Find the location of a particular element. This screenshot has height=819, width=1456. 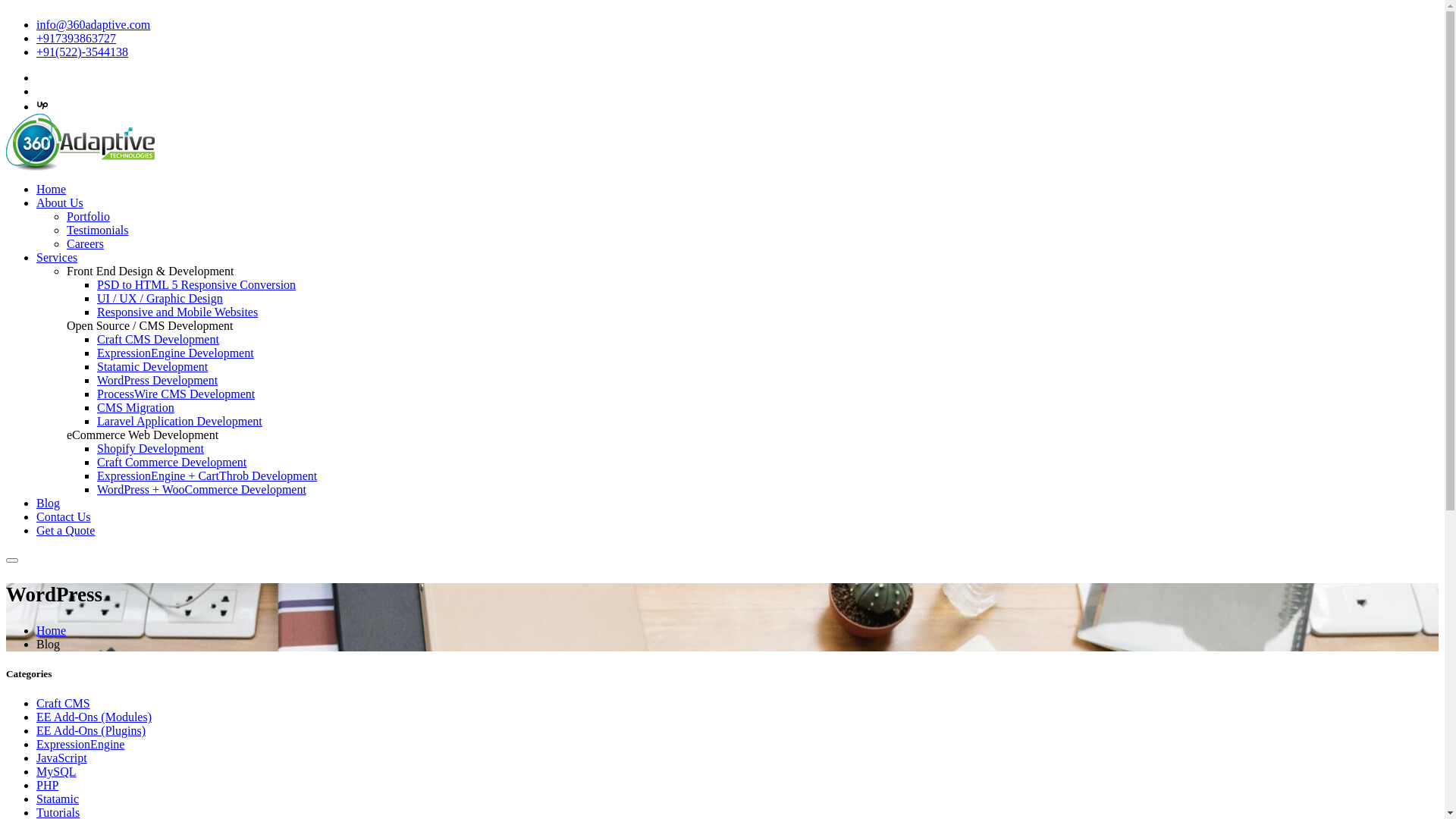

'info@360adaptive.com' is located at coordinates (36, 24).